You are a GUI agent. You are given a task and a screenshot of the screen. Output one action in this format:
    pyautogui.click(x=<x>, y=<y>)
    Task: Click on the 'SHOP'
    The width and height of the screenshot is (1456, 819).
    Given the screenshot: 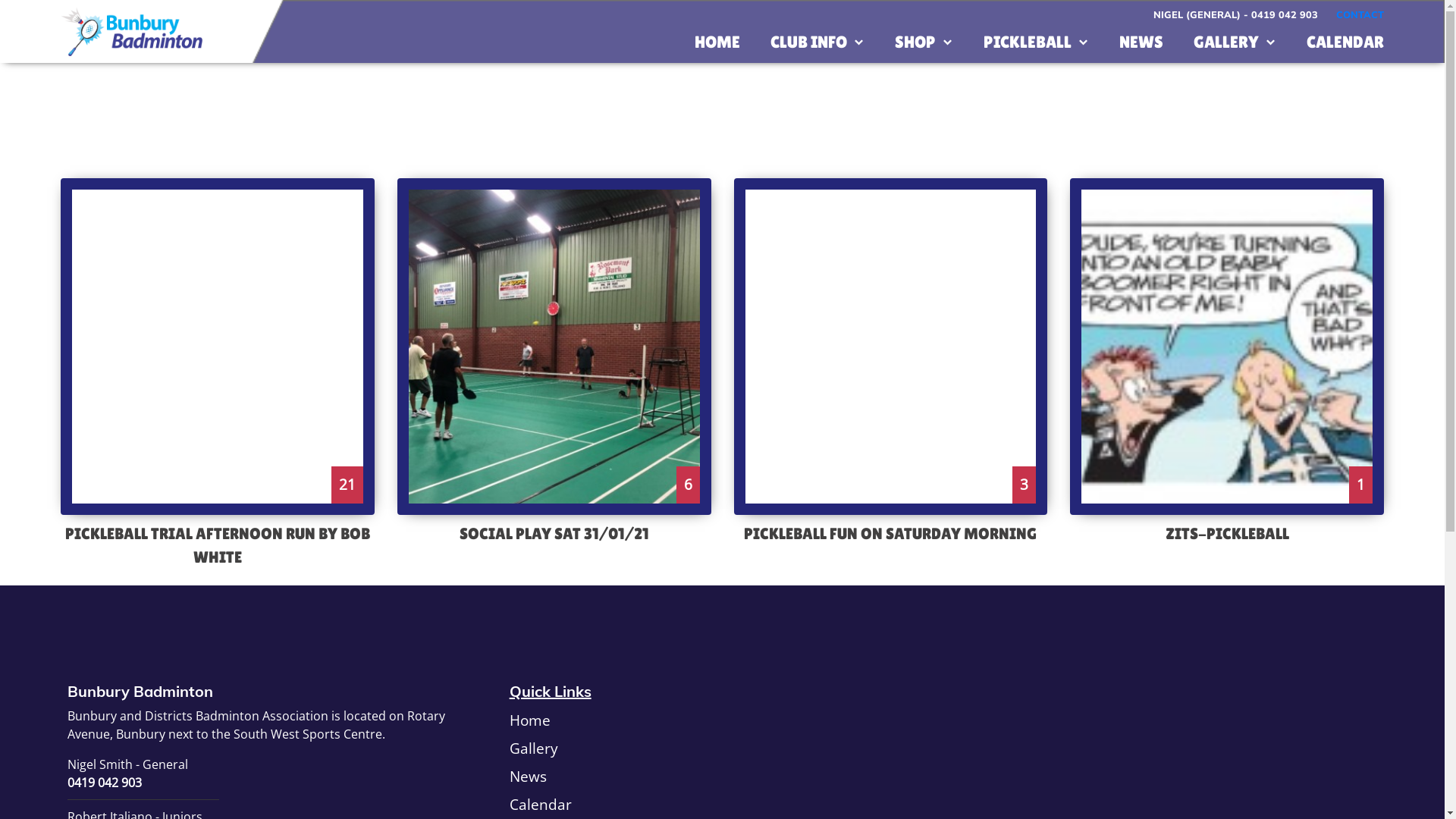 What is the action you would take?
    pyautogui.click(x=923, y=42)
    